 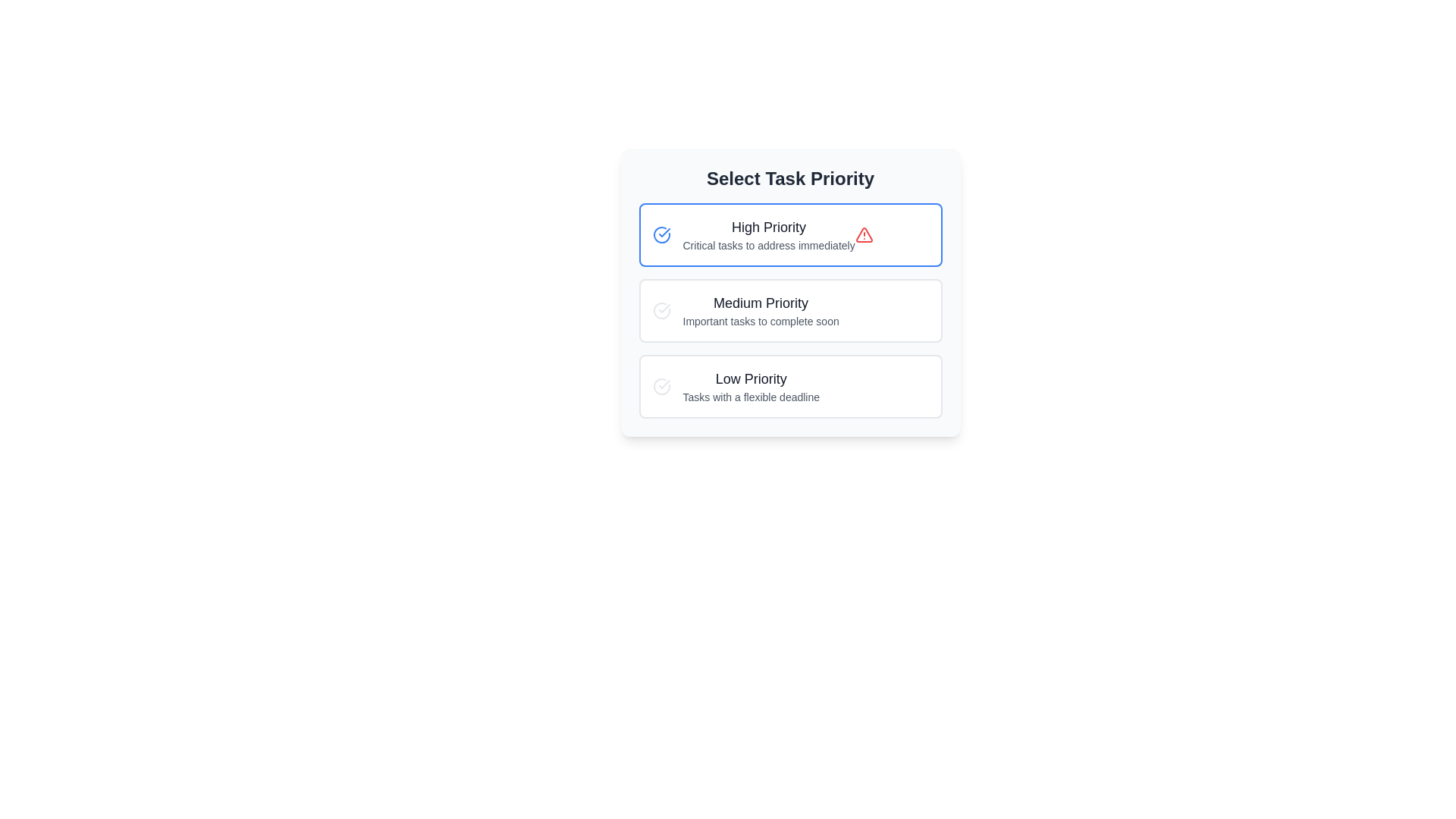 What do you see at coordinates (754, 234) in the screenshot?
I see `the high-priority task selection option located below the title 'Select Task Priority' in the priority list` at bounding box center [754, 234].